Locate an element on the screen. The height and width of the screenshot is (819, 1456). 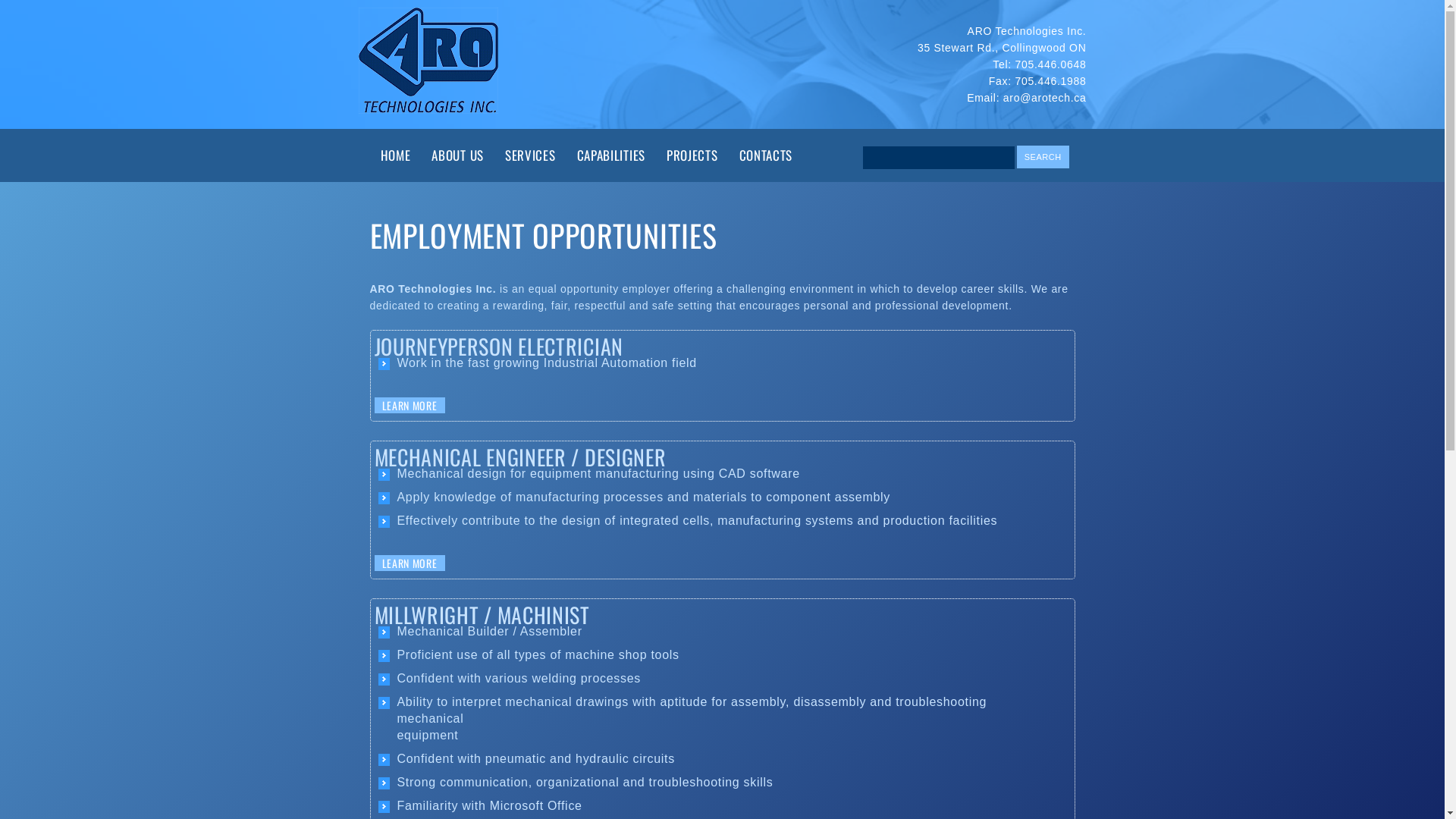
'PROJECTS' is located at coordinates (655, 155).